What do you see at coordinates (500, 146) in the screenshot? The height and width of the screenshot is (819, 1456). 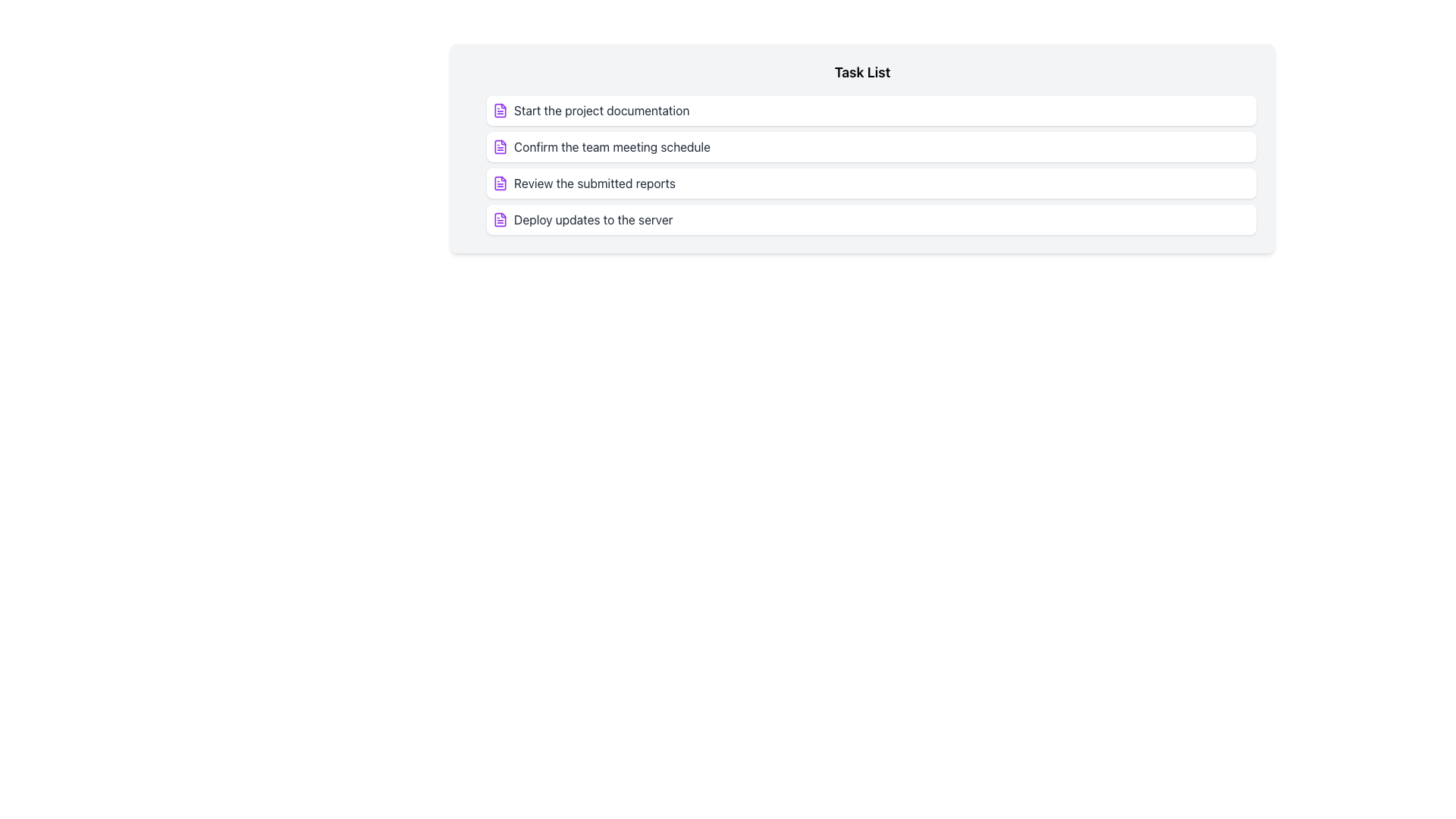 I see `the purple file document icon located to the left of the text 'Confirm the team meeting schedule' in the second item of the vertical task list` at bounding box center [500, 146].